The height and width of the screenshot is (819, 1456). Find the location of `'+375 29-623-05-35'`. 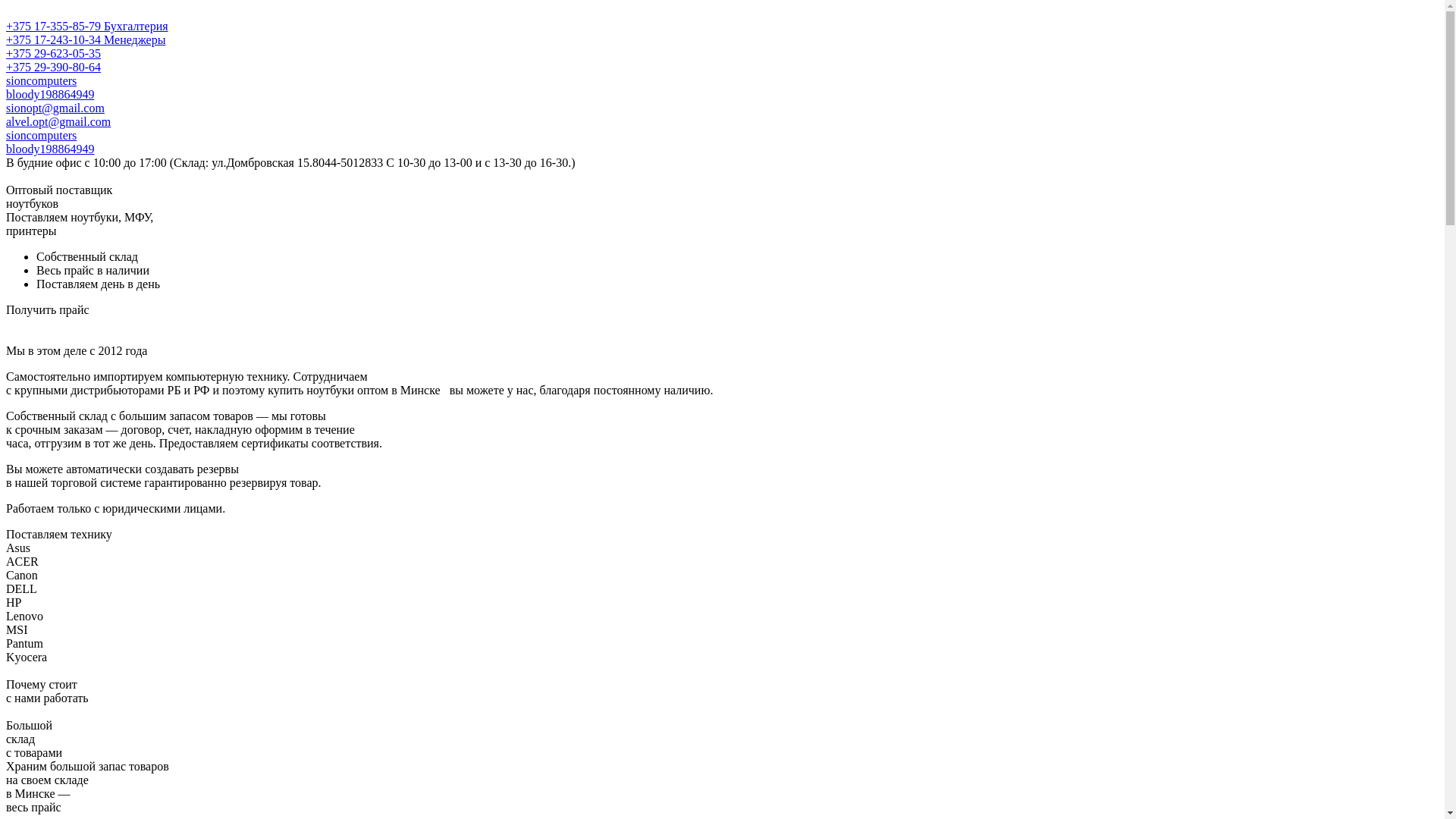

'+375 29-623-05-35' is located at coordinates (53, 52).